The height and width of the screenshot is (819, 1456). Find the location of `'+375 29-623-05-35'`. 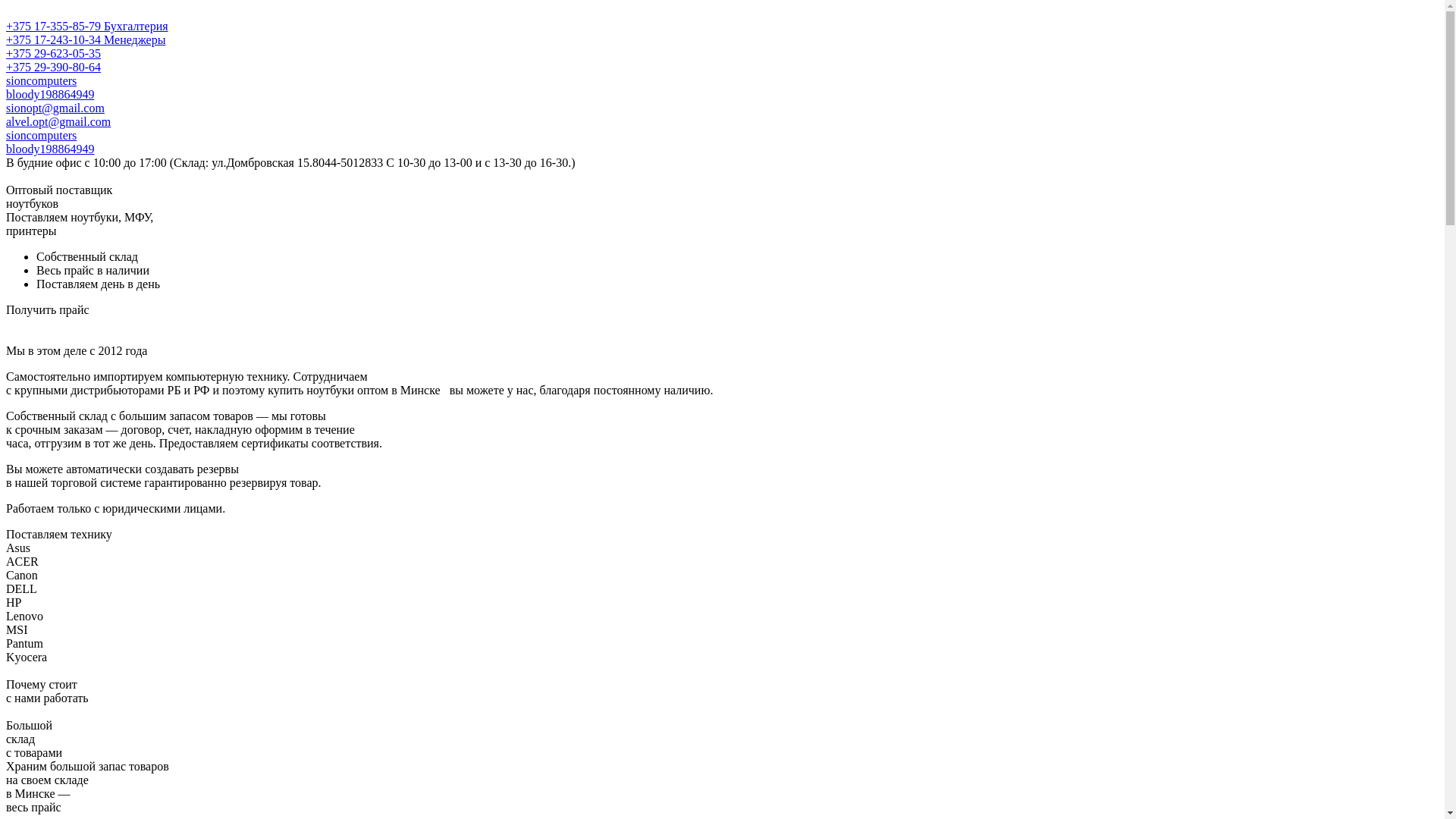

'+375 29-623-05-35' is located at coordinates (53, 52).